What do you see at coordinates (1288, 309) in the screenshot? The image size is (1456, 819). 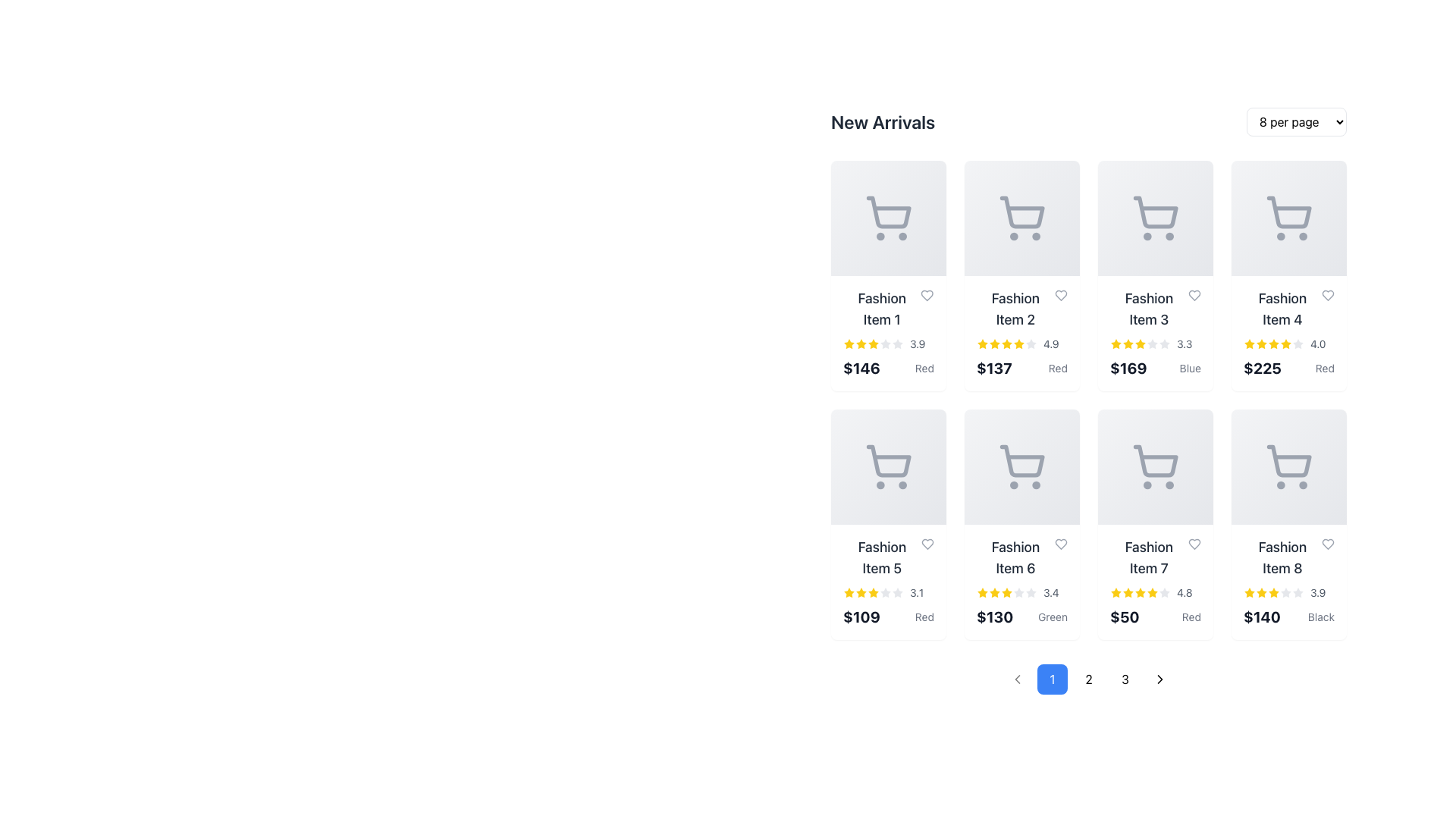 I see `static text label that displays 'Fashion Item 4', which is centrally positioned within a light gray card in the top row of a three-row grid layout` at bounding box center [1288, 309].